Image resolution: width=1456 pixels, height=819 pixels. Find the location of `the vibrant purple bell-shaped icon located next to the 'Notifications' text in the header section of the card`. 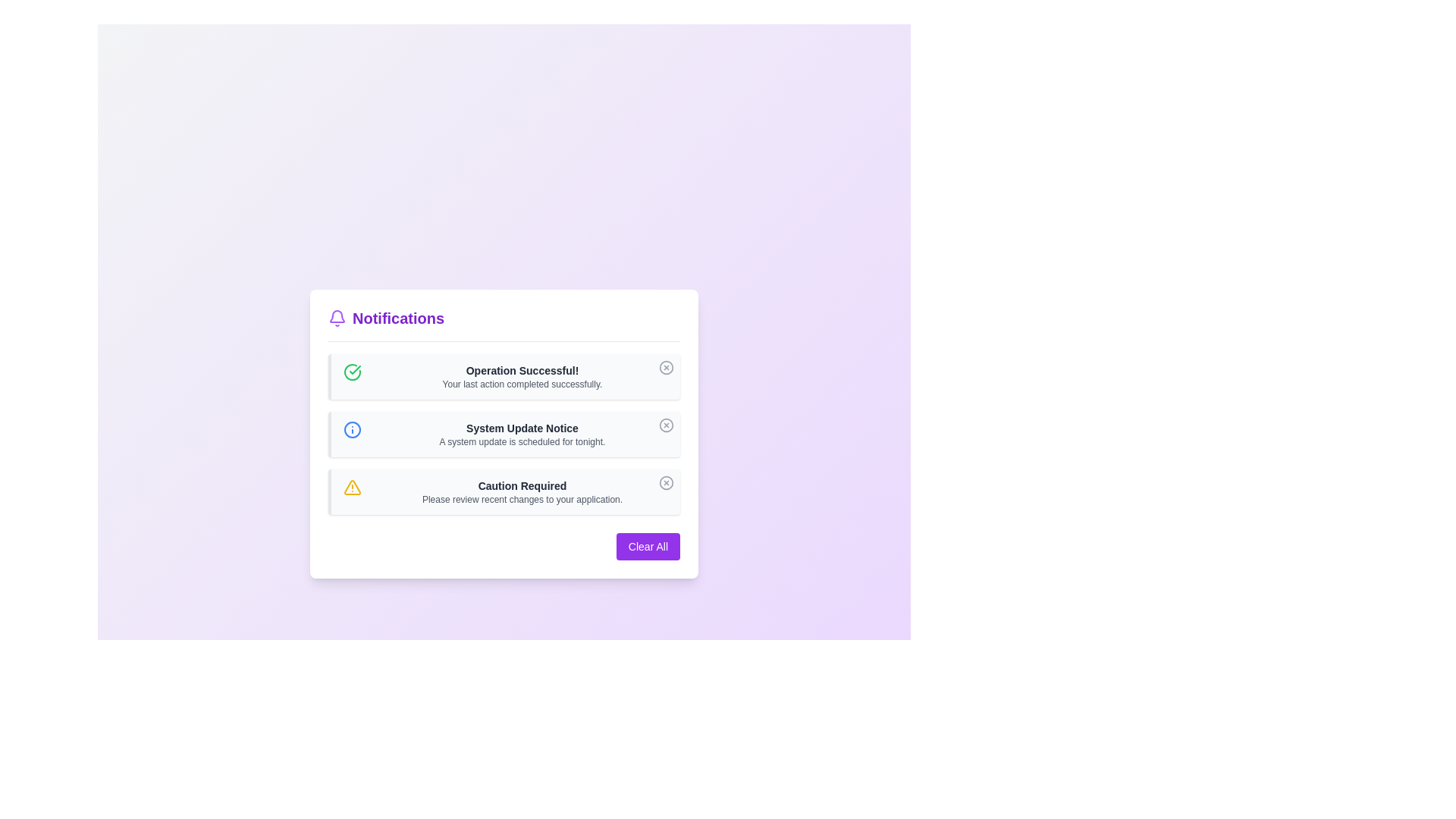

the vibrant purple bell-shaped icon located next to the 'Notifications' text in the header section of the card is located at coordinates (337, 317).